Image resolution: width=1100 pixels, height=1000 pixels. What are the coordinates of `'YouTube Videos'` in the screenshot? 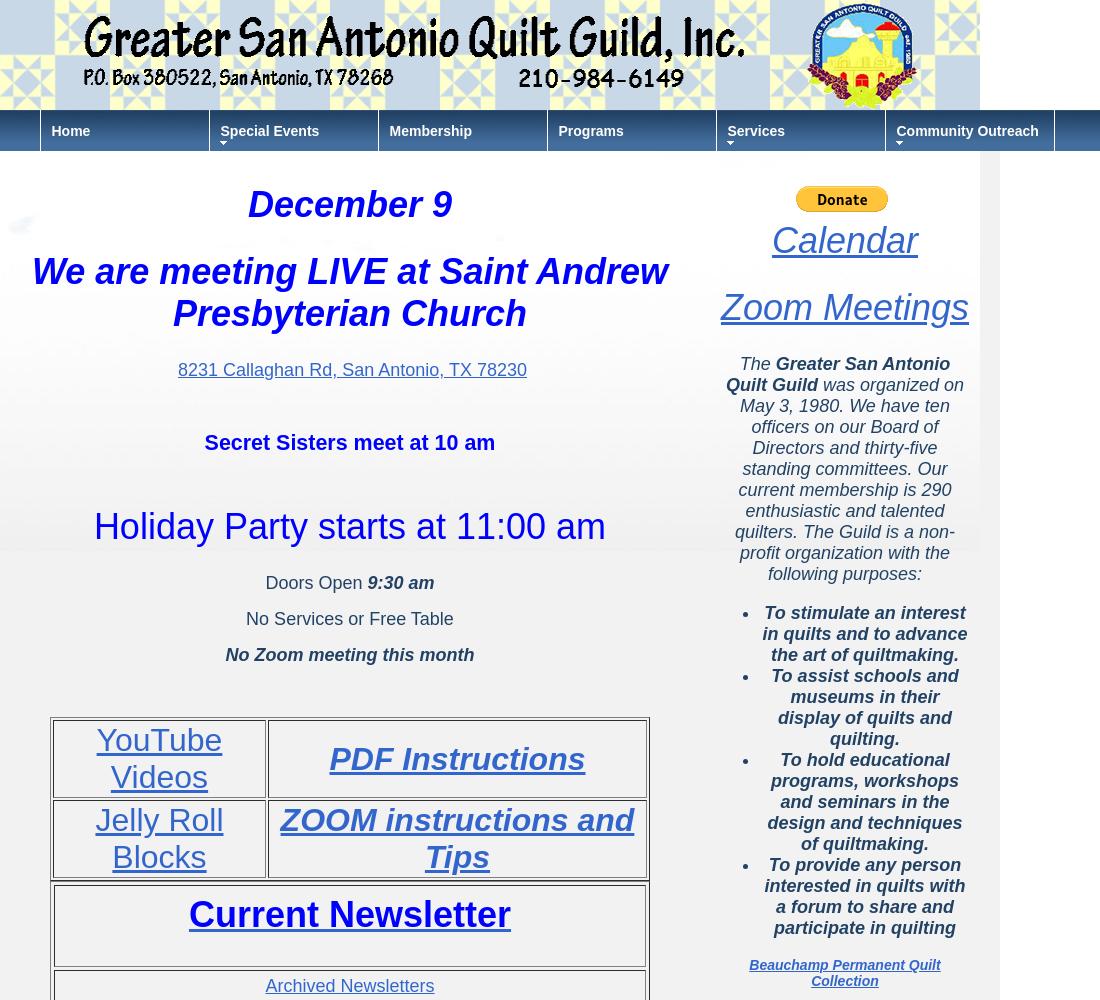 It's located at (157, 758).